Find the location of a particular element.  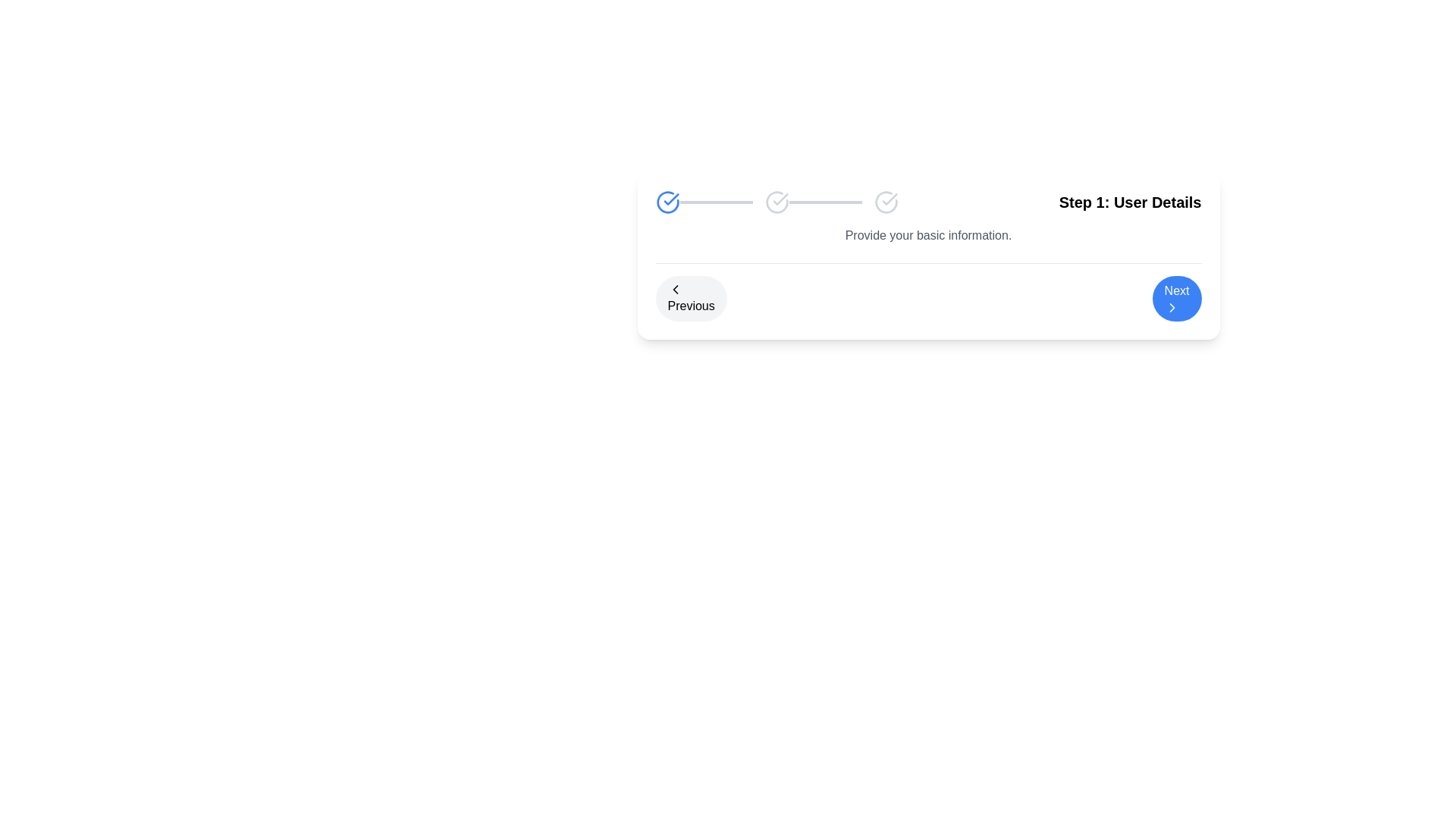

the 'Previous' icon located in the center-left part of the button labeled 'Previous', which is used is located at coordinates (674, 289).